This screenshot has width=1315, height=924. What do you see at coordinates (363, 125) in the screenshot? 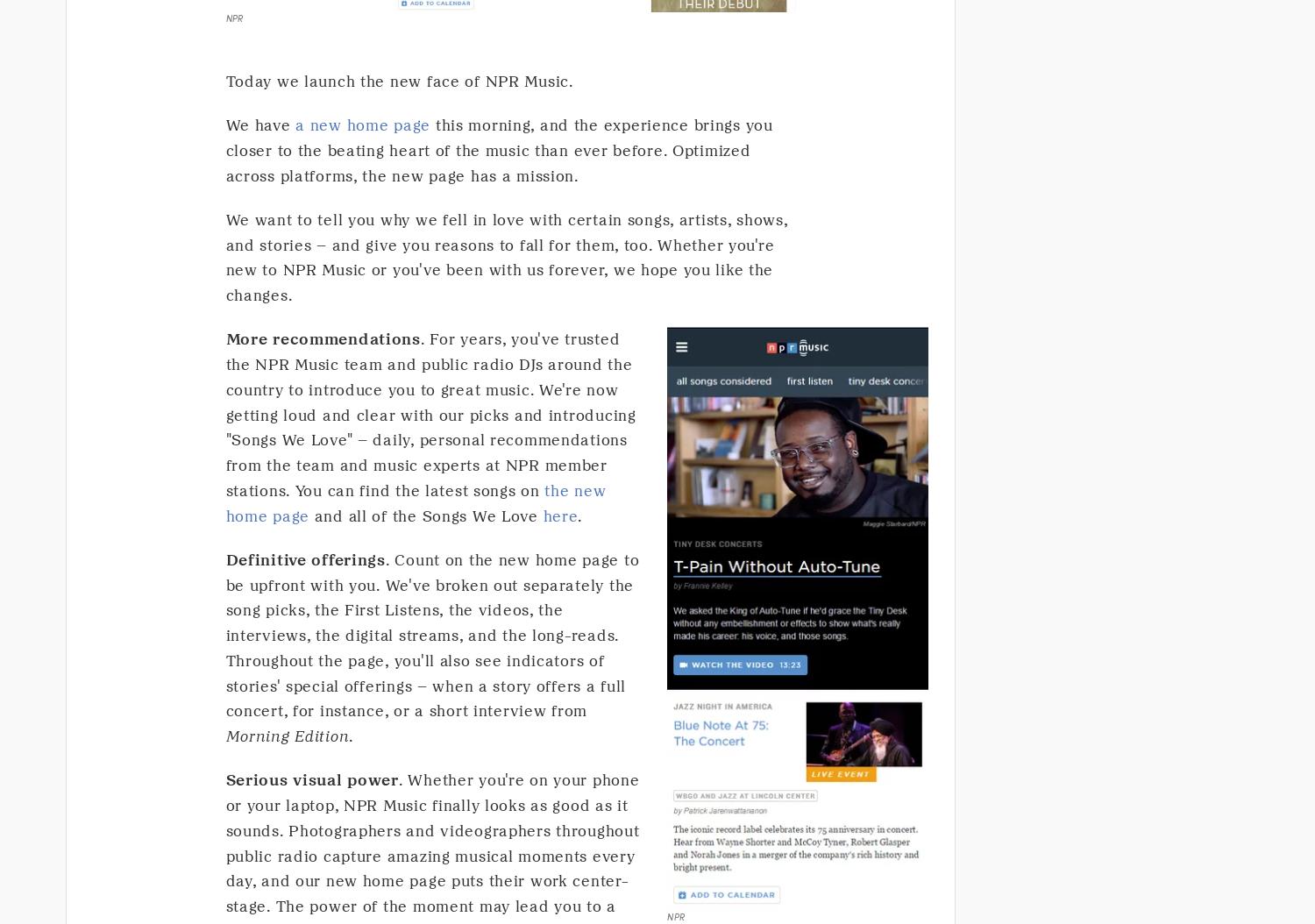
I see `'a new home page'` at bounding box center [363, 125].